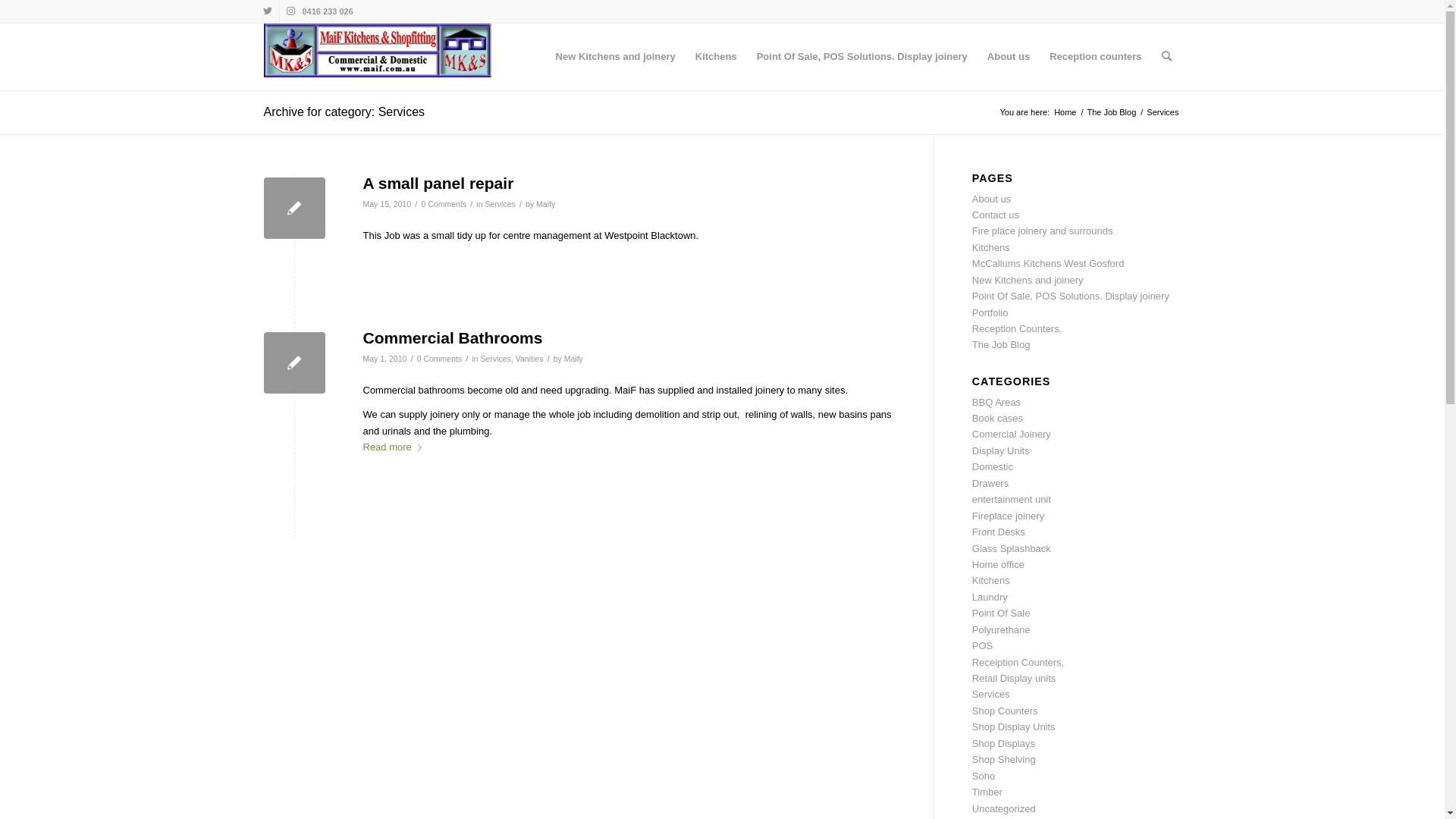 This screenshot has height=819, width=1456. Describe the element at coordinates (344, 111) in the screenshot. I see `'Archive for category: Services'` at that location.